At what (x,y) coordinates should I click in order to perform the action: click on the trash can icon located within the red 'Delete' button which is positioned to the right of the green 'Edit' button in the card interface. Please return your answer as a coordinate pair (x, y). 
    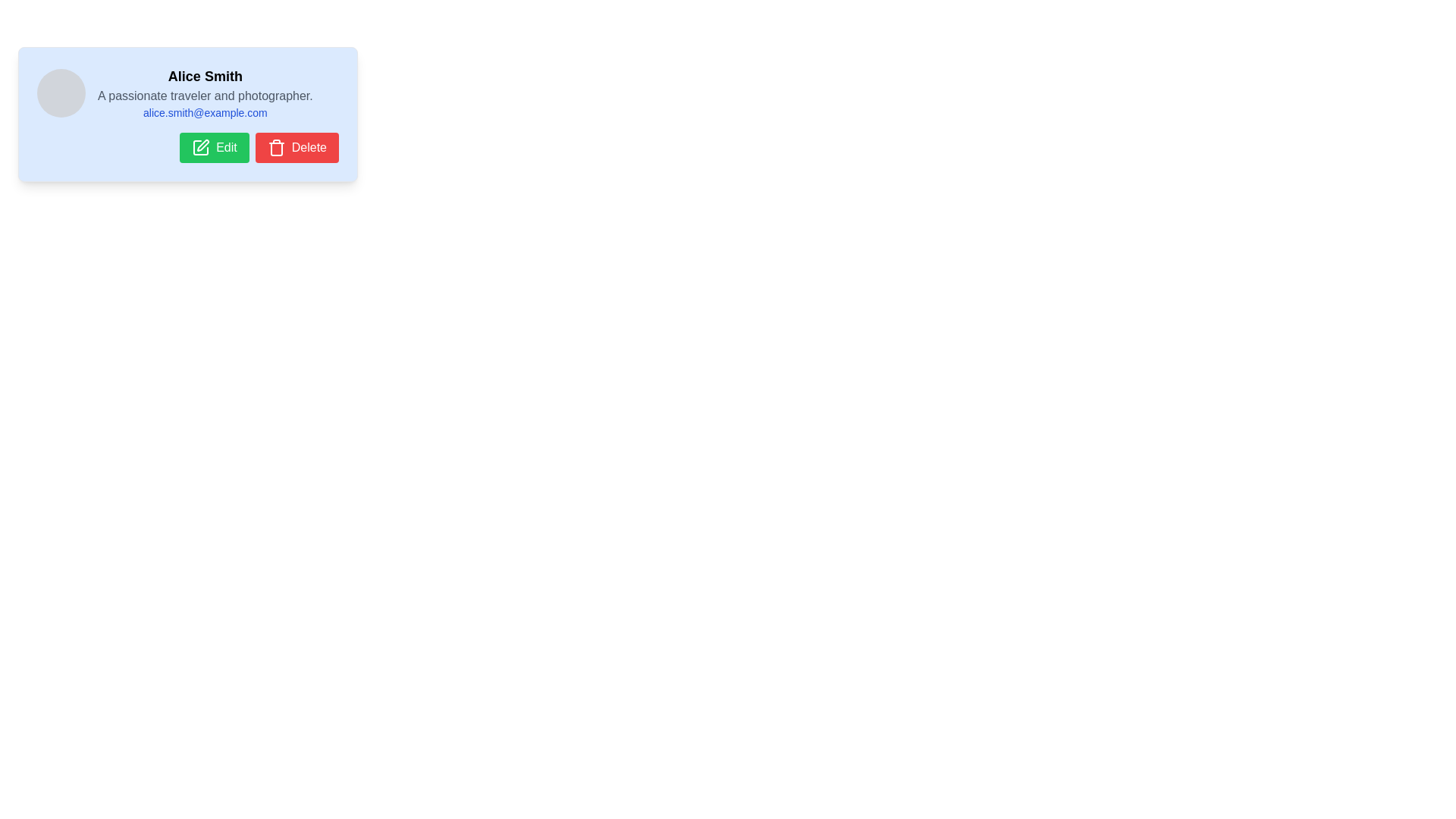
    Looking at the image, I should click on (276, 149).